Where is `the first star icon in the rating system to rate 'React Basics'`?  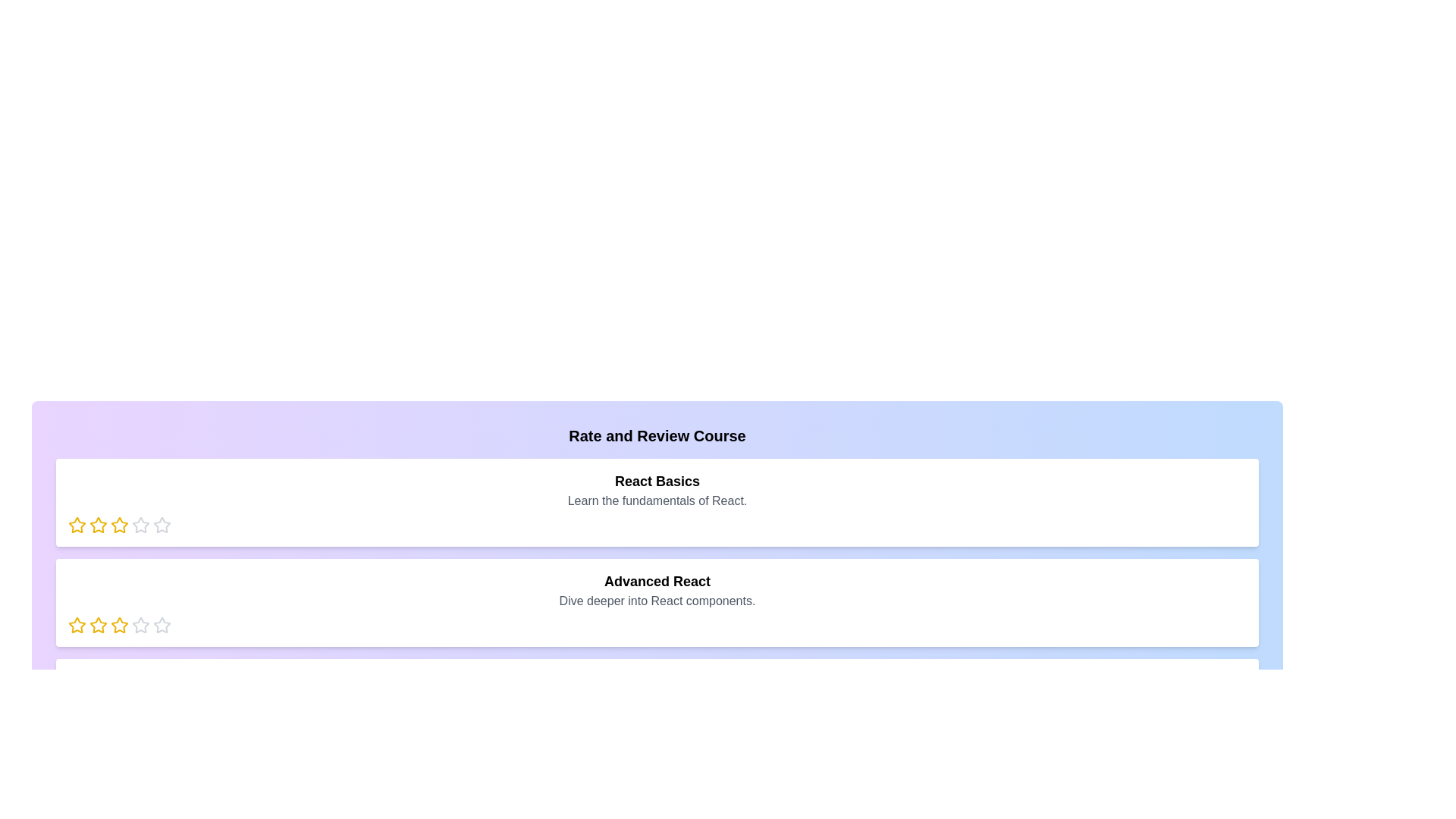 the first star icon in the rating system to rate 'React Basics' is located at coordinates (76, 525).